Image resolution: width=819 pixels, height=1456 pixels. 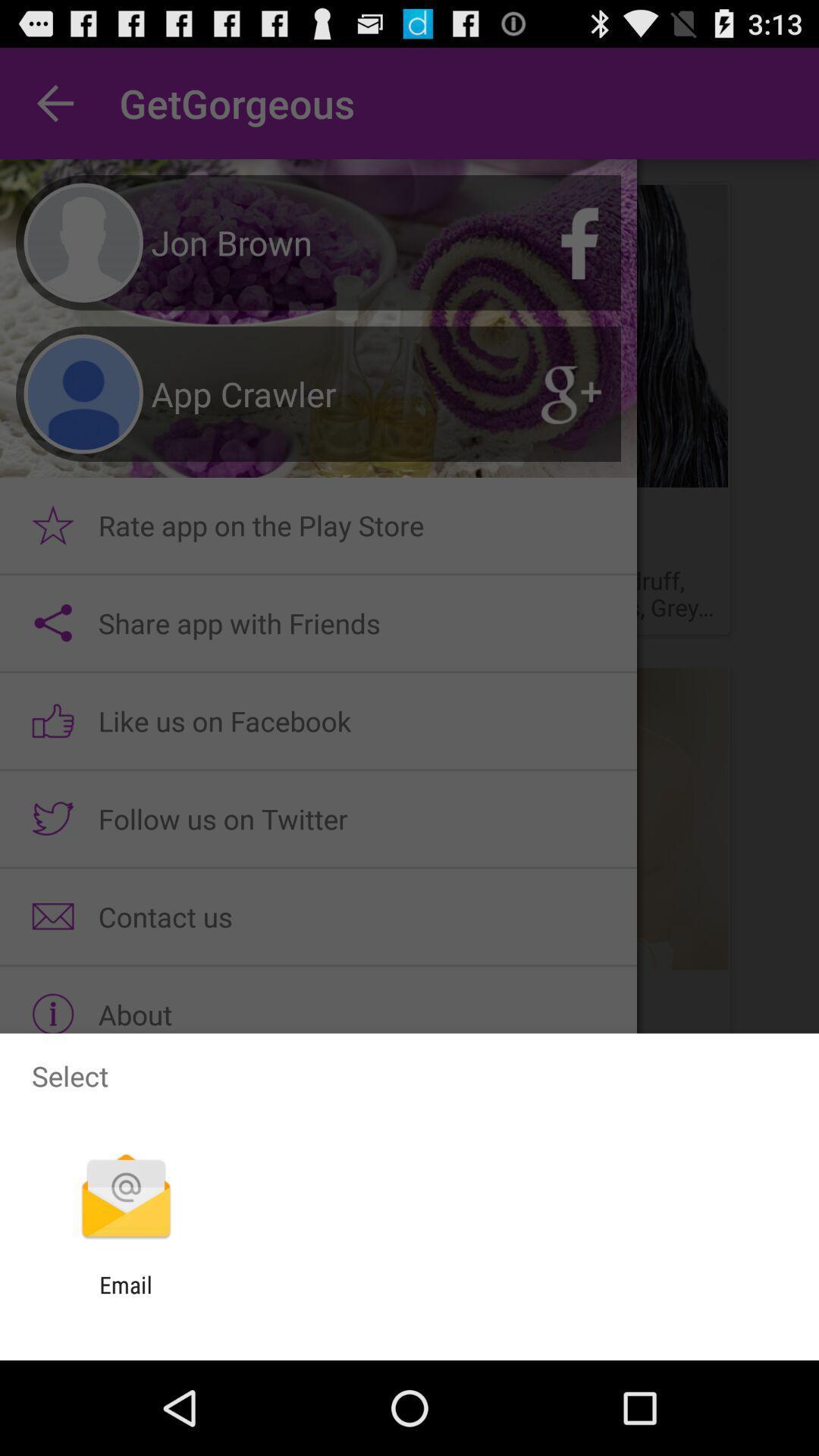 I want to click on email, so click(x=125, y=1298).